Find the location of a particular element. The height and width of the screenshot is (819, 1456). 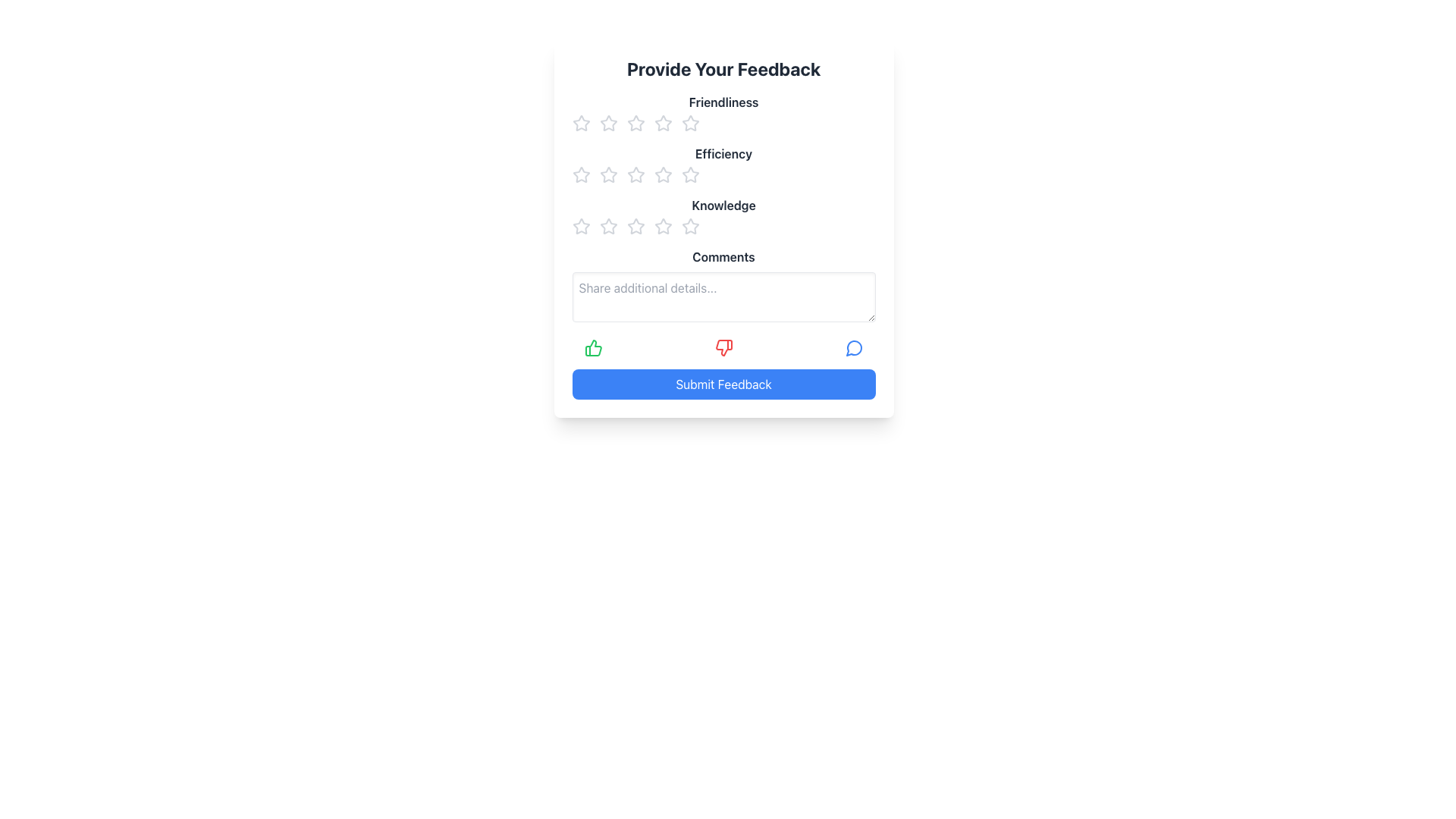

the third star is located at coordinates (663, 174).